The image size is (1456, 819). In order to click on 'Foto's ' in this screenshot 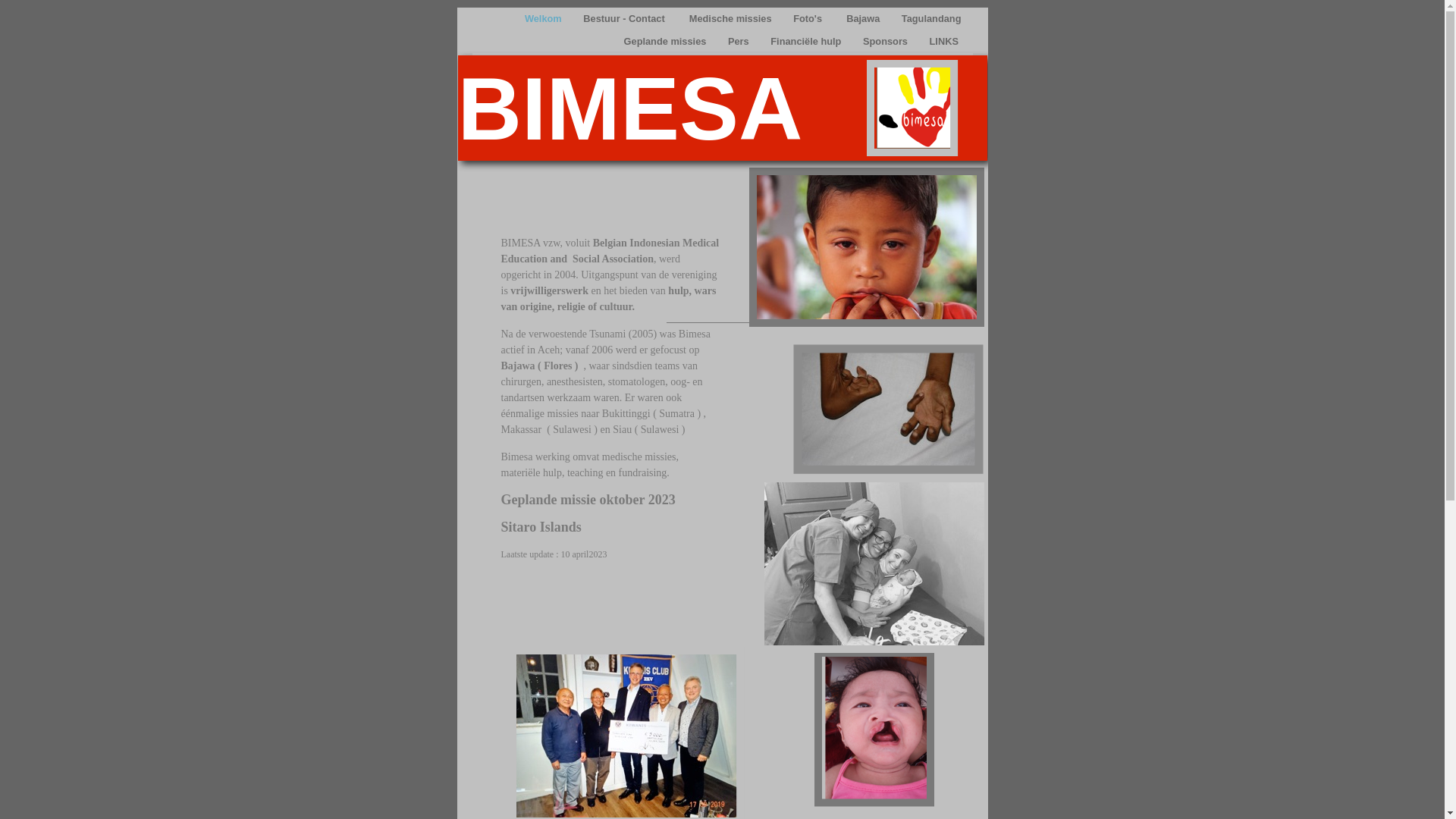, I will do `click(786, 18)`.